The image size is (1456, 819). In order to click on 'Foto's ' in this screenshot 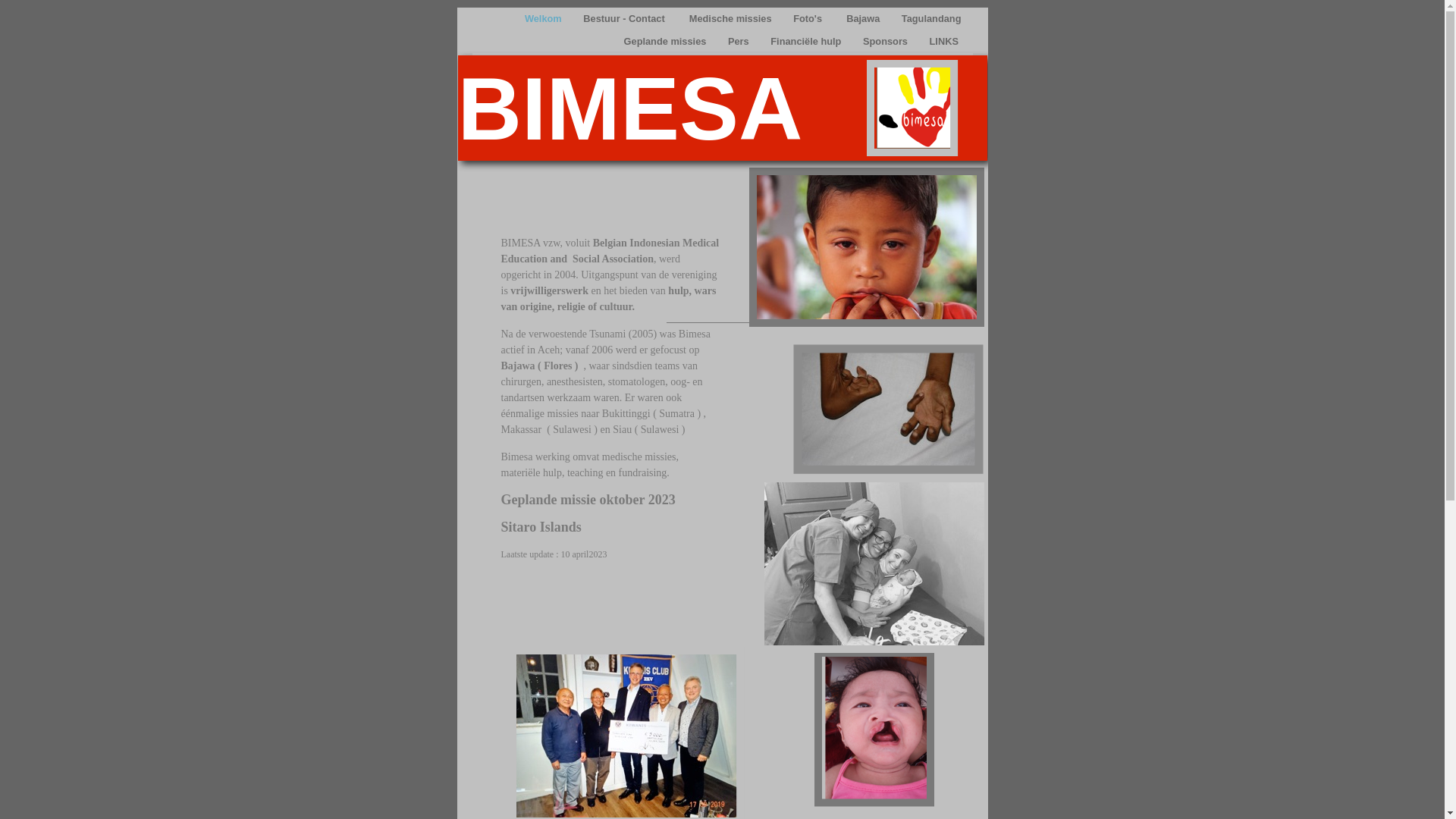, I will do `click(786, 18)`.